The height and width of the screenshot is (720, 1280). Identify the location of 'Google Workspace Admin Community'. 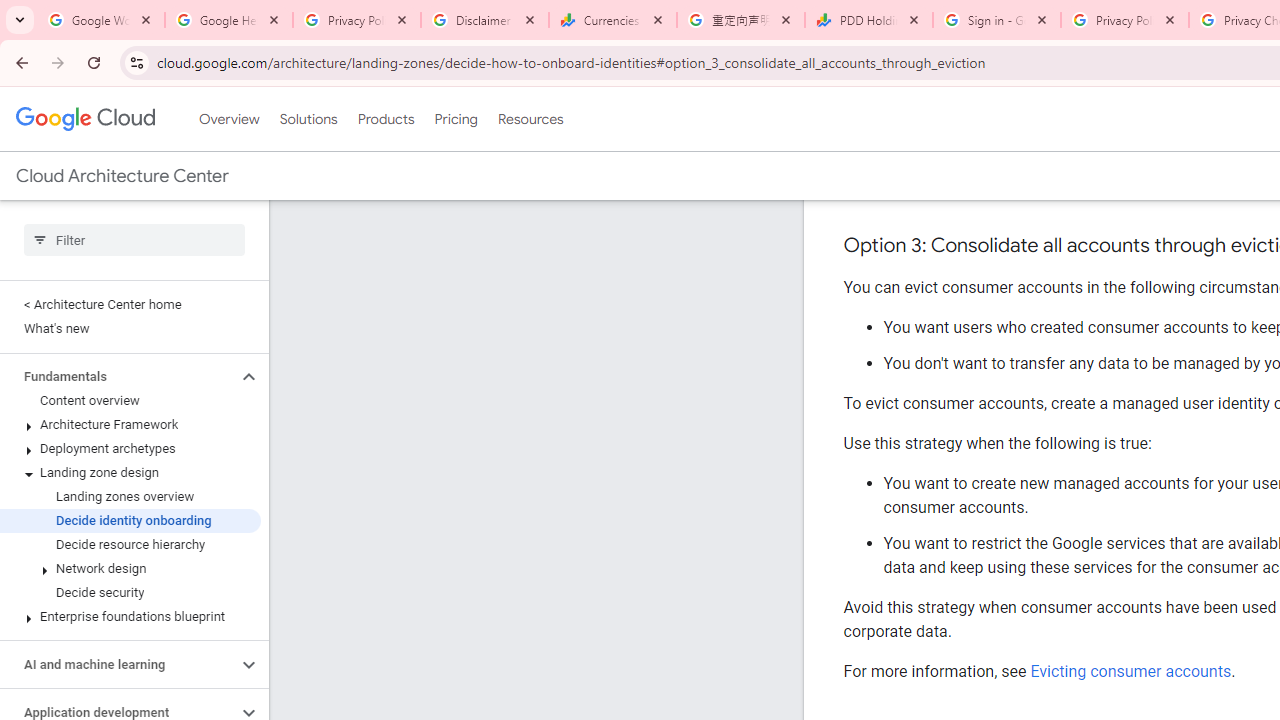
(100, 20).